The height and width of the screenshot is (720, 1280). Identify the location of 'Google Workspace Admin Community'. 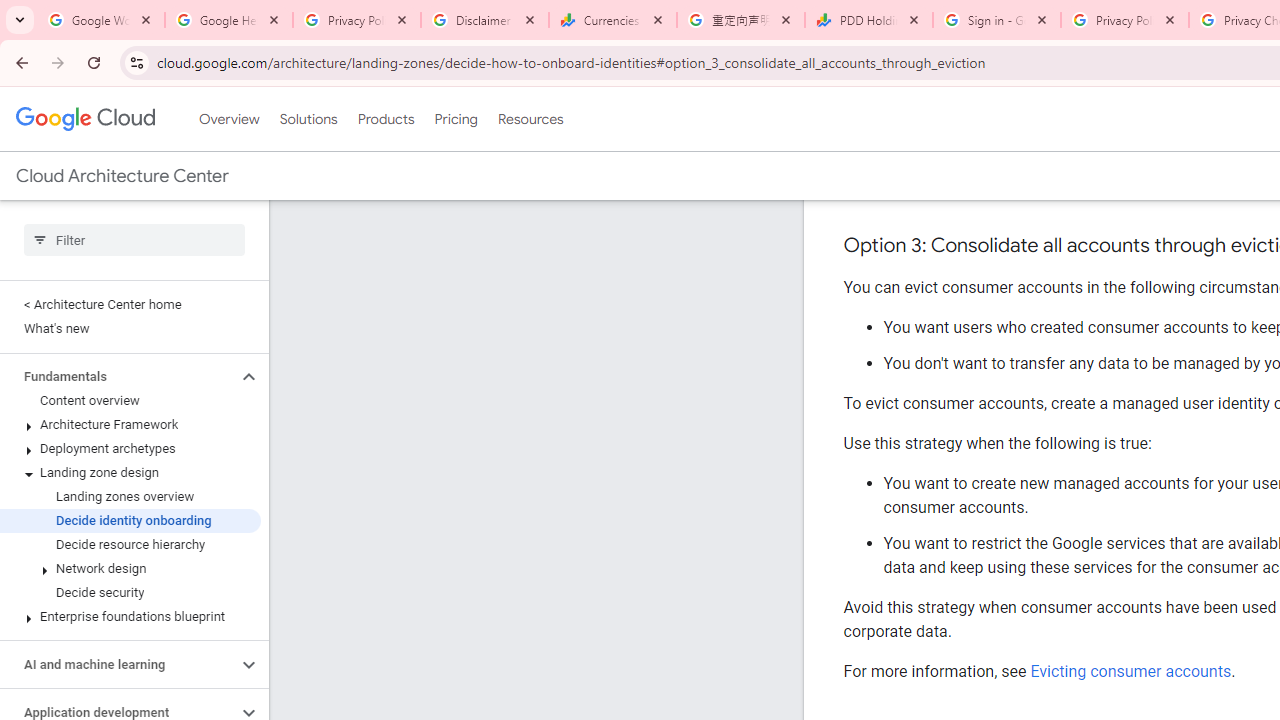
(100, 20).